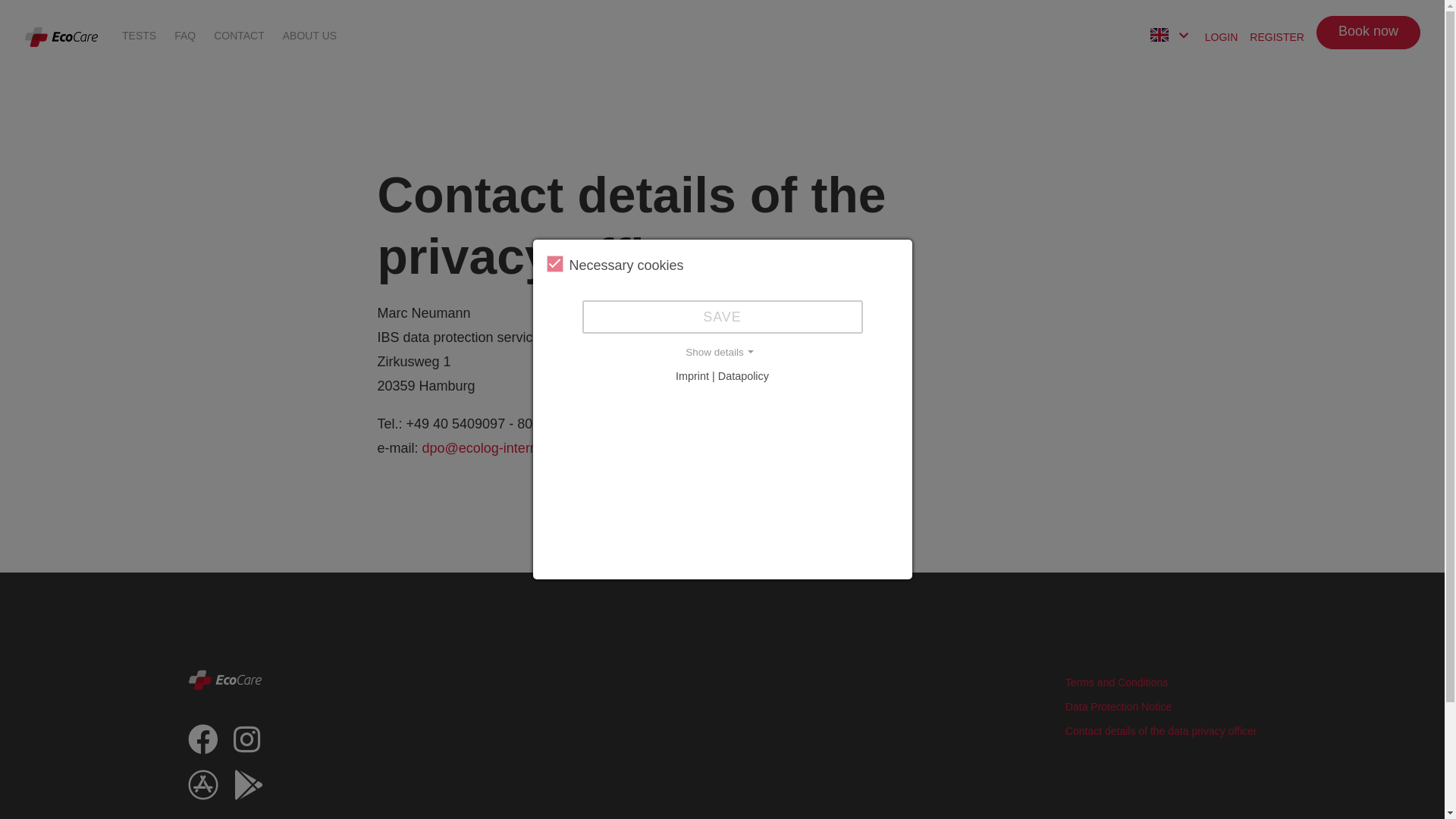  Describe the element at coordinates (1150, 36) in the screenshot. I see `'EN'` at that location.